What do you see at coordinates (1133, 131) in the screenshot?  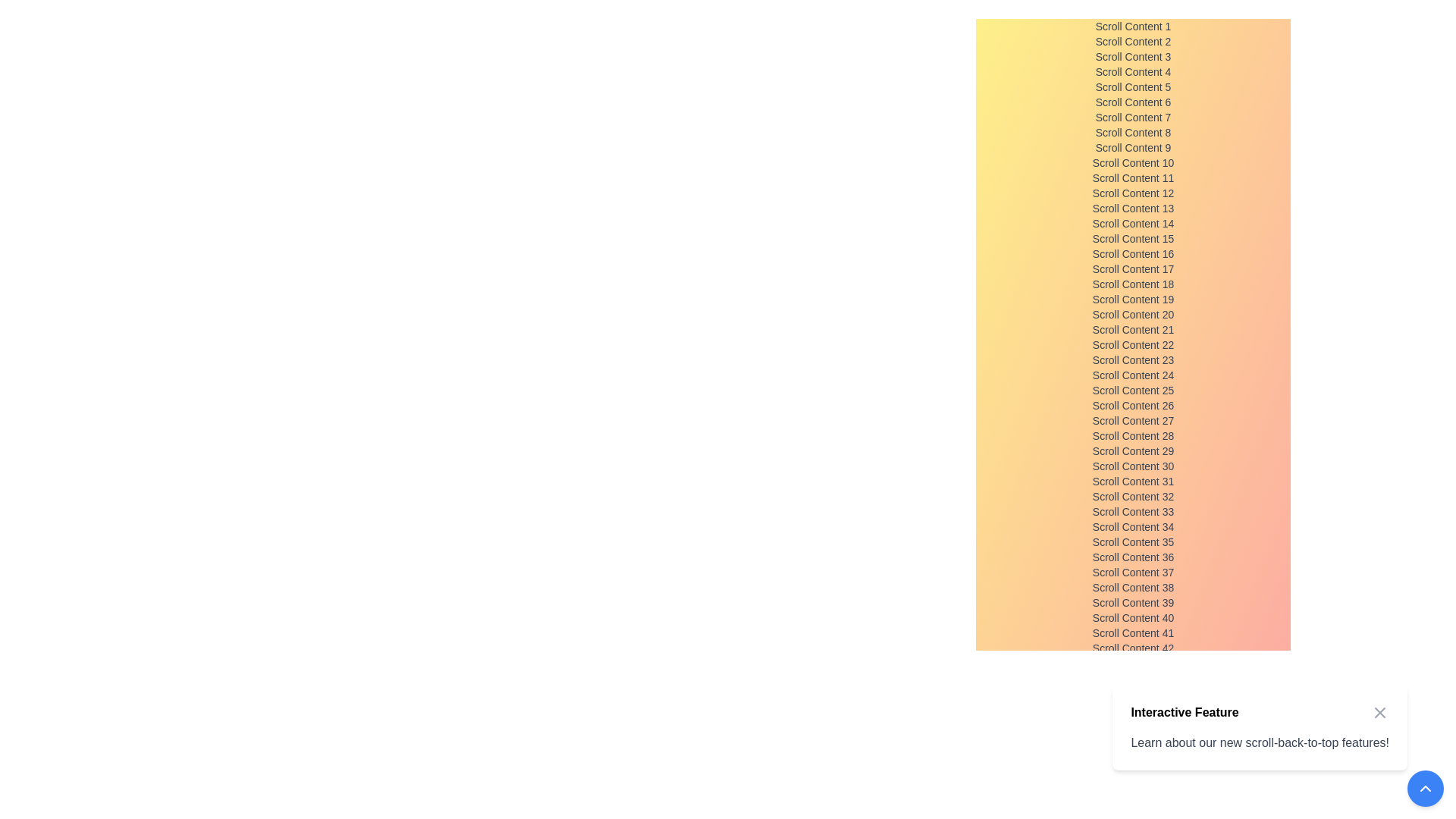 I see `the text label displaying 'Scroll Content 8', which is styled with a gray font color and is positioned as the eighth entry in a vertical list of scrolling text labels` at bounding box center [1133, 131].